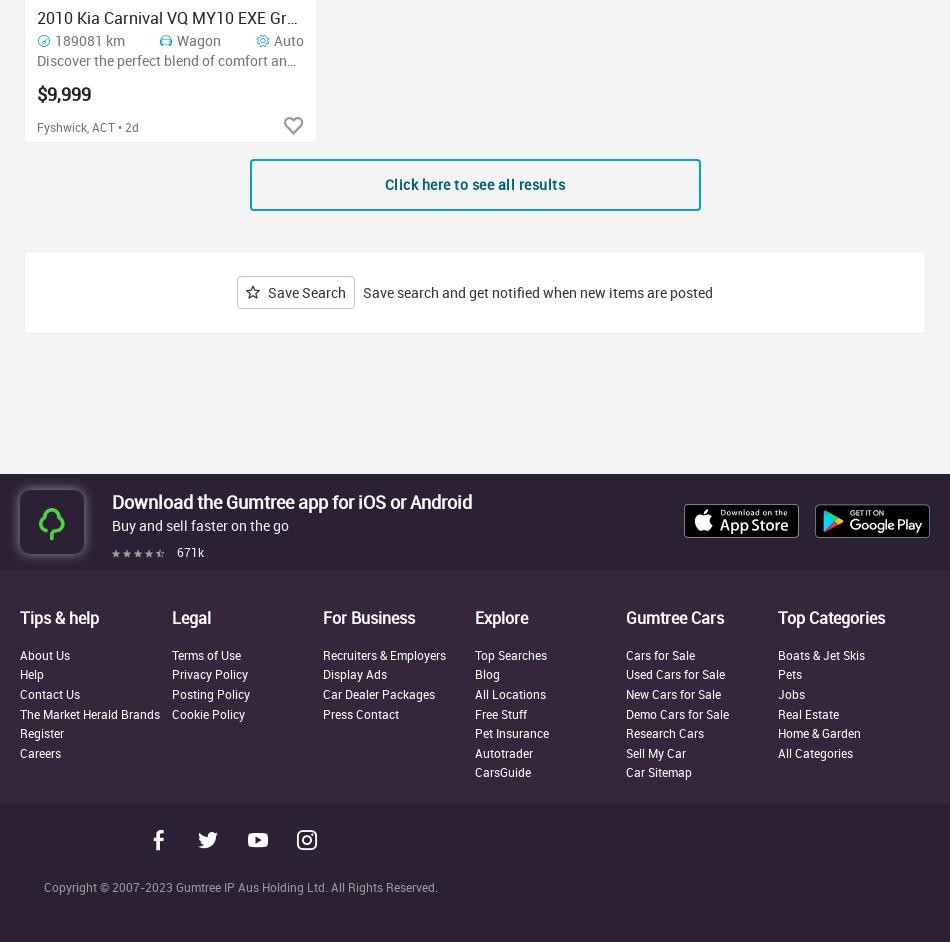 This screenshot has height=942, width=950. What do you see at coordinates (486, 674) in the screenshot?
I see `'Blog'` at bounding box center [486, 674].